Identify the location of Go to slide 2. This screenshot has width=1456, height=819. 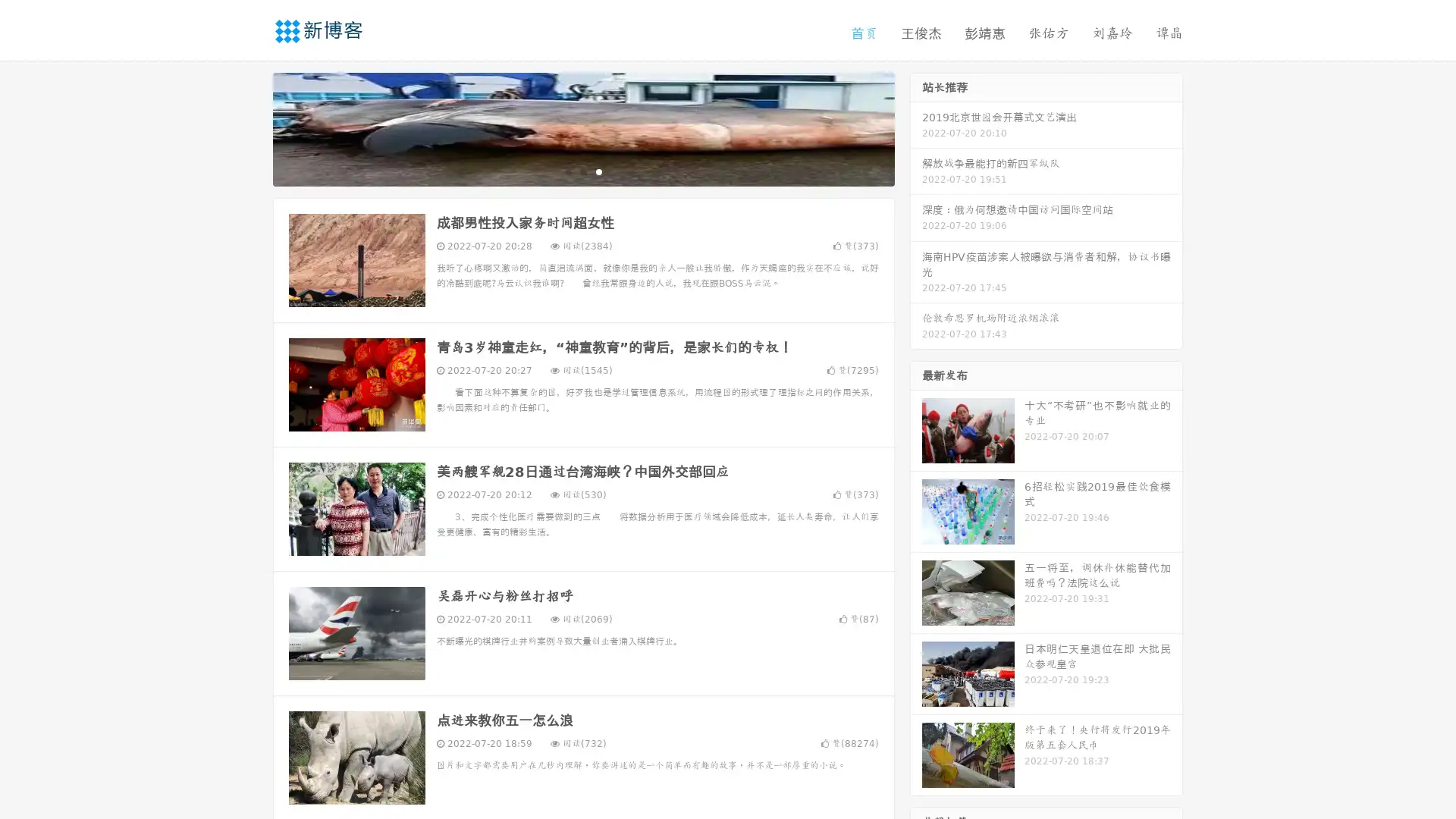
(582, 171).